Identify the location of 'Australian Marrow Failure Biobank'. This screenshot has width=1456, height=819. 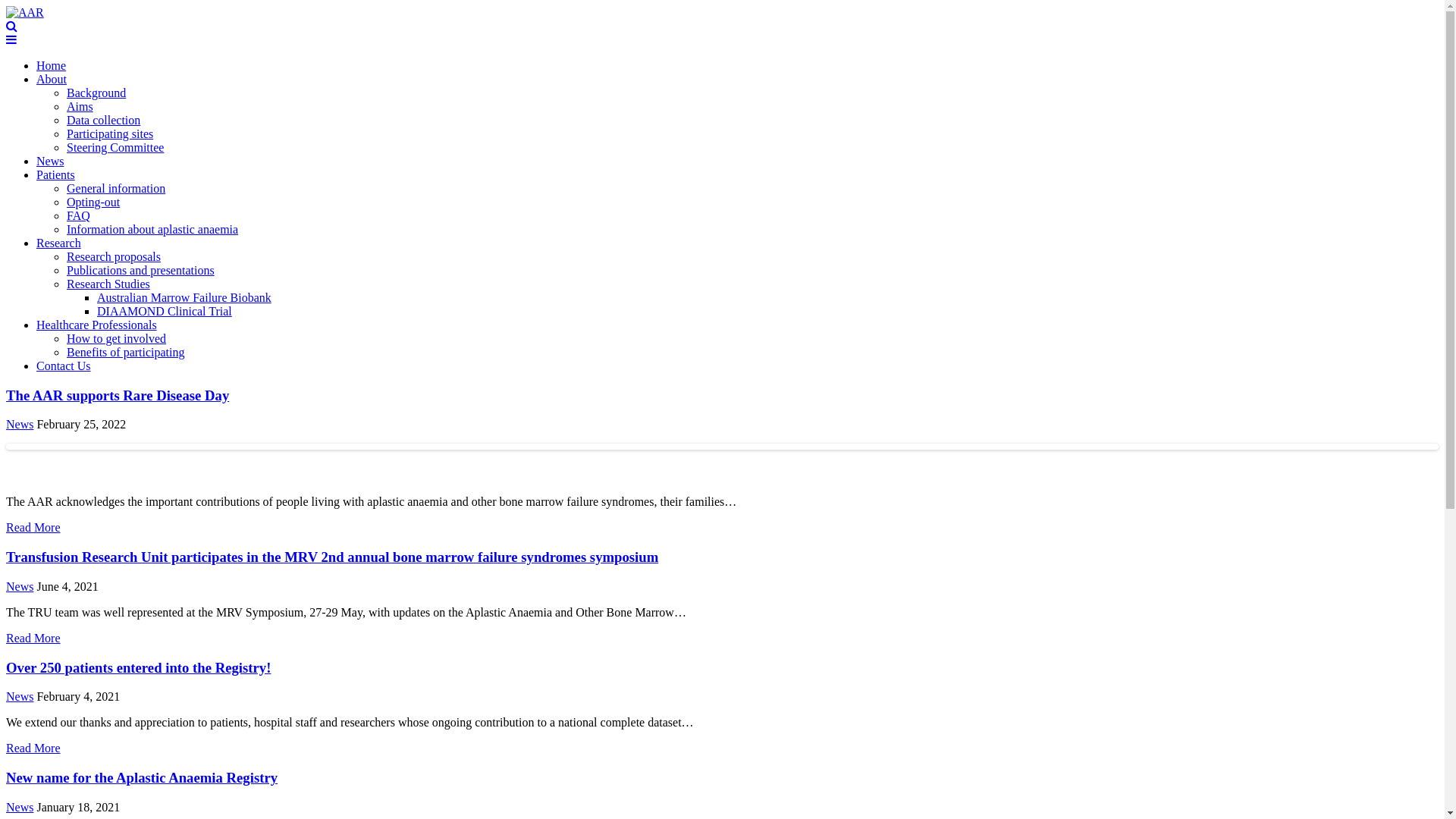
(184, 297).